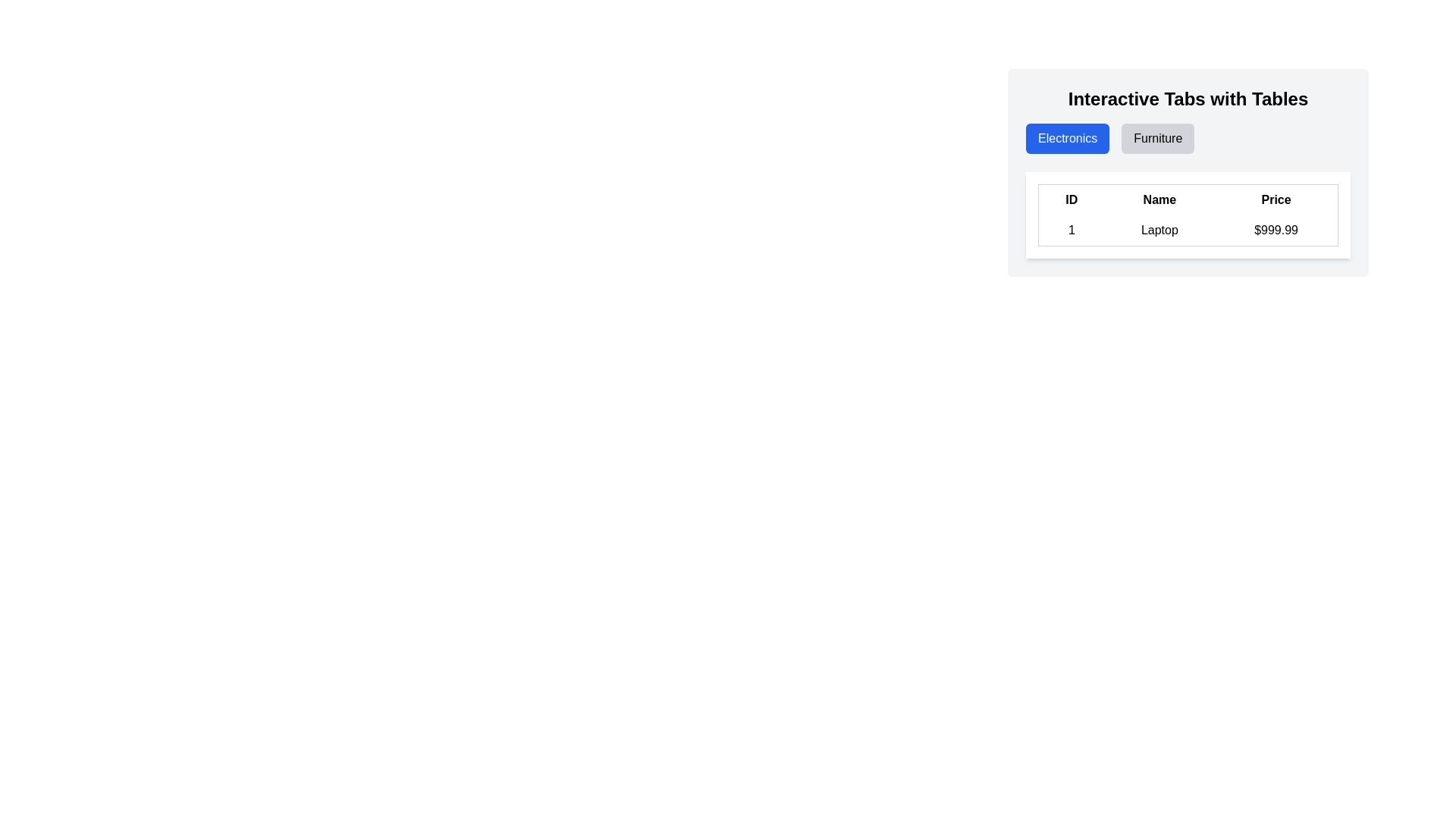 The image size is (1456, 819). What do you see at coordinates (1187, 231) in the screenshot?
I see `the first row in the table displaying the ID, name, and price of an item` at bounding box center [1187, 231].